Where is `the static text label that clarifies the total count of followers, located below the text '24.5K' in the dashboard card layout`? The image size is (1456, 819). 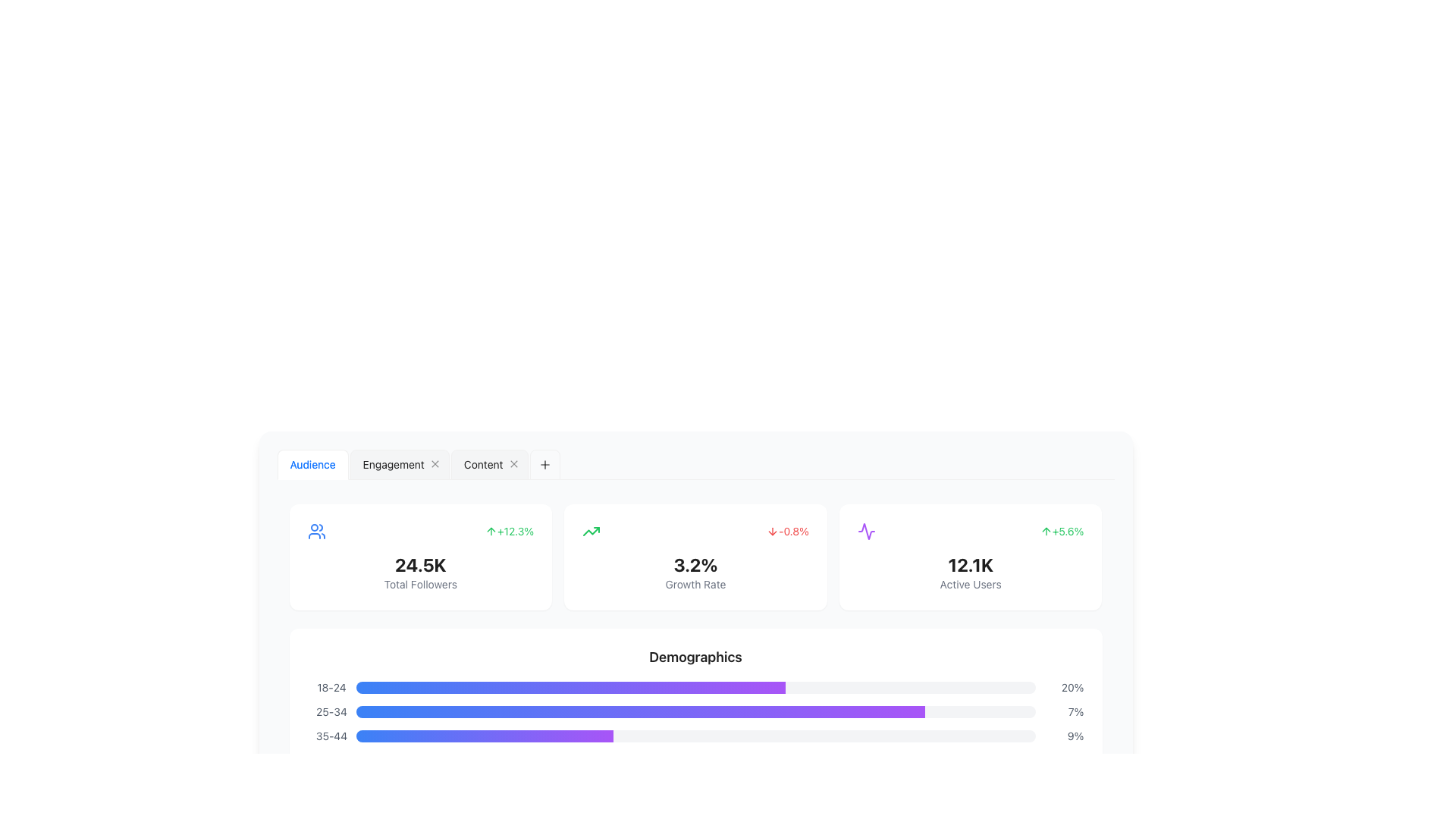
the static text label that clarifies the total count of followers, located below the text '24.5K' in the dashboard card layout is located at coordinates (420, 584).